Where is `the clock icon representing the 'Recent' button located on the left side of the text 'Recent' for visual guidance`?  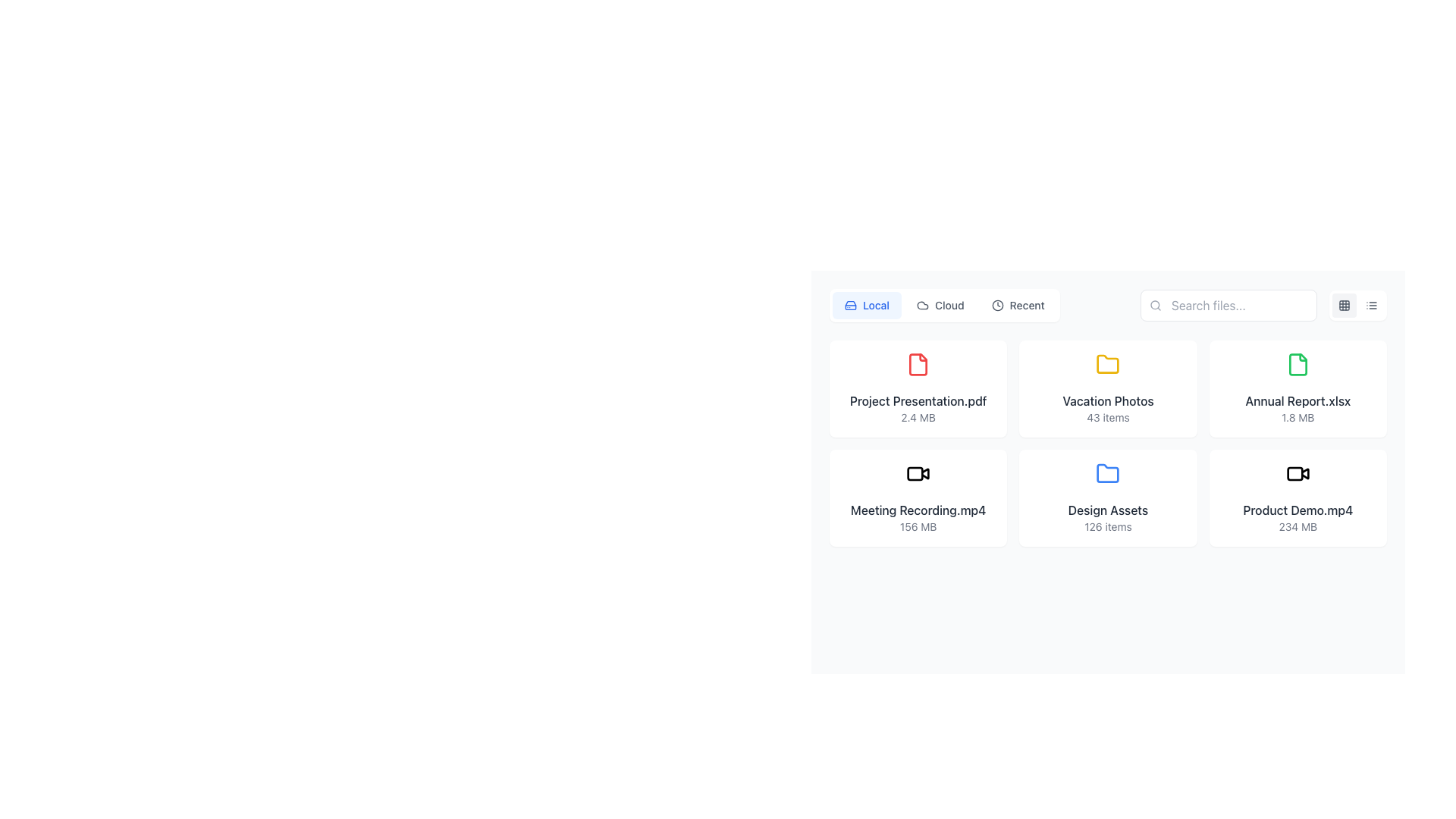 the clock icon representing the 'Recent' button located on the left side of the text 'Recent' for visual guidance is located at coordinates (997, 305).